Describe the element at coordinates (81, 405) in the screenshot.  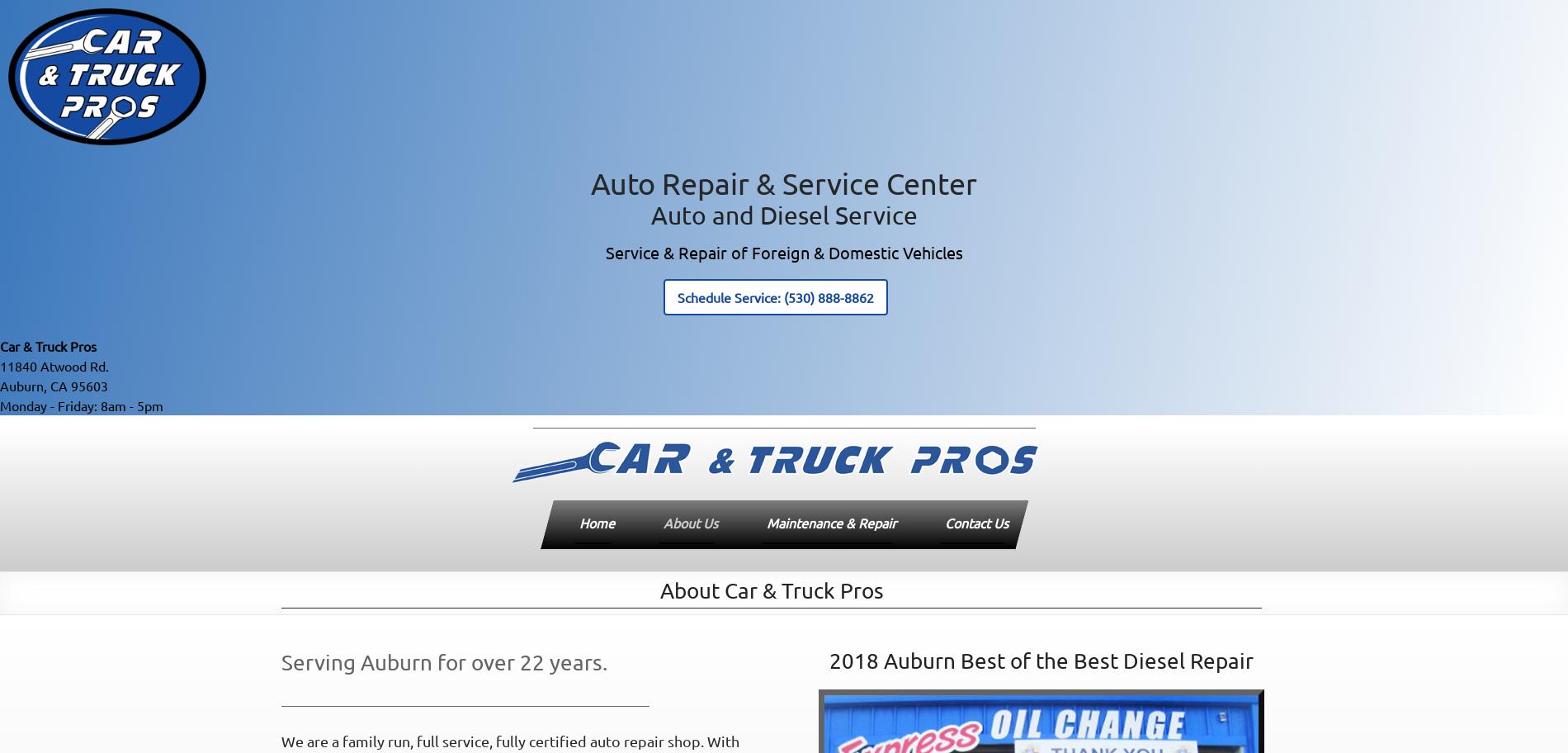
I see `'Monday - Friday: 8am - 5pm'` at that location.